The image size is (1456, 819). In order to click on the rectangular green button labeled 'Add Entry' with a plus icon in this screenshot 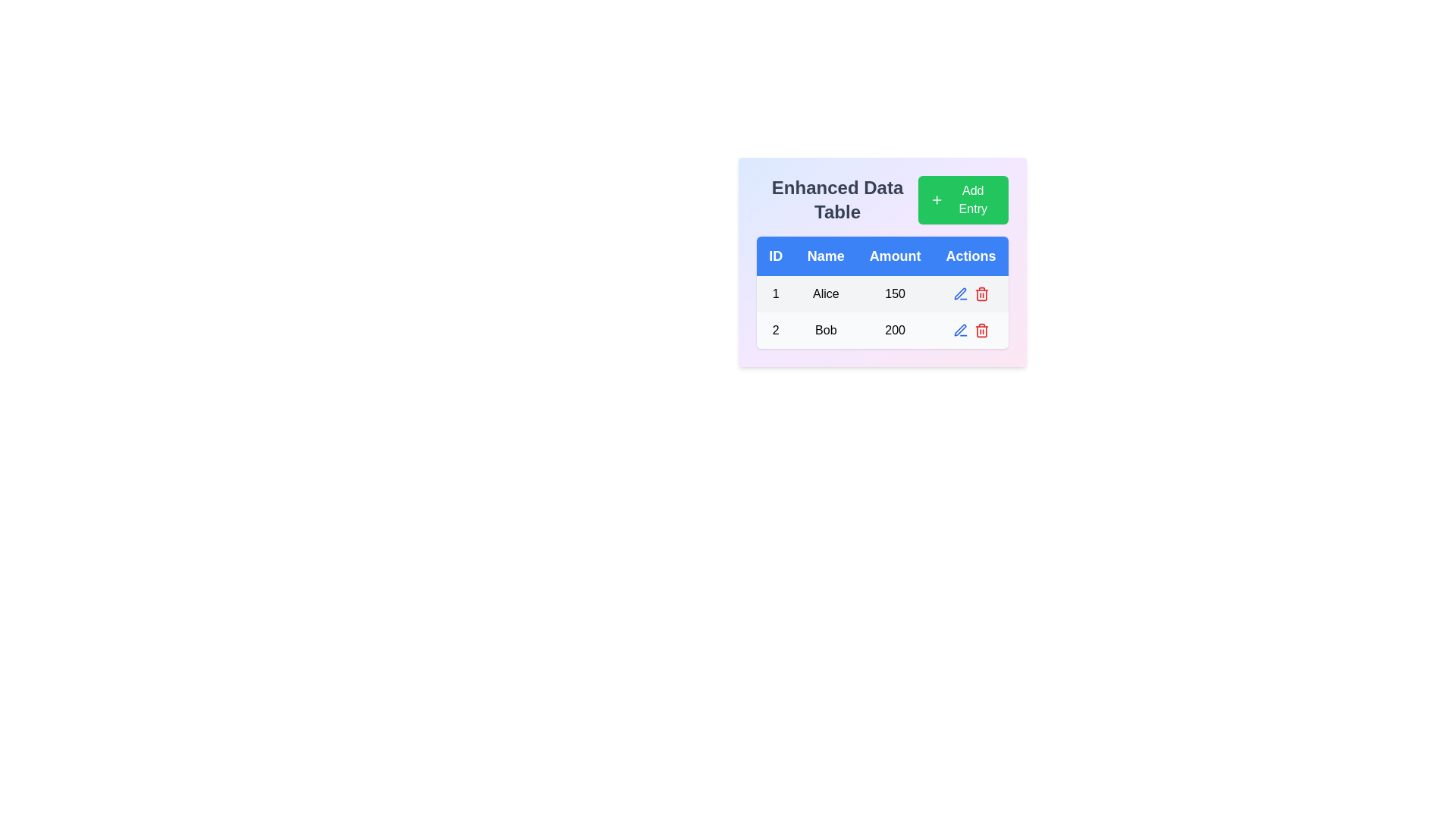, I will do `click(962, 199)`.